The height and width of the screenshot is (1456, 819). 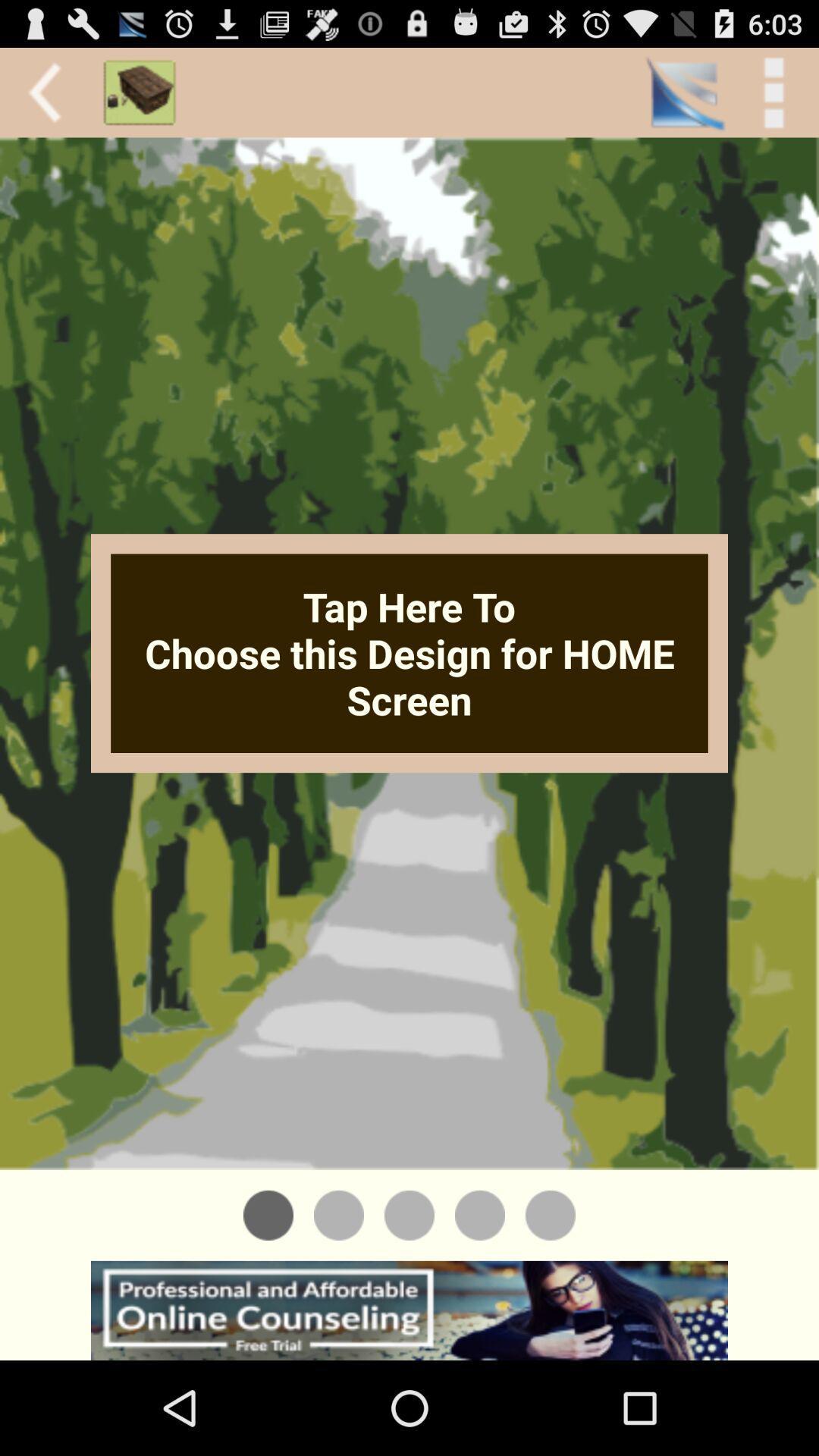 I want to click on the button, so click(x=550, y=1215).